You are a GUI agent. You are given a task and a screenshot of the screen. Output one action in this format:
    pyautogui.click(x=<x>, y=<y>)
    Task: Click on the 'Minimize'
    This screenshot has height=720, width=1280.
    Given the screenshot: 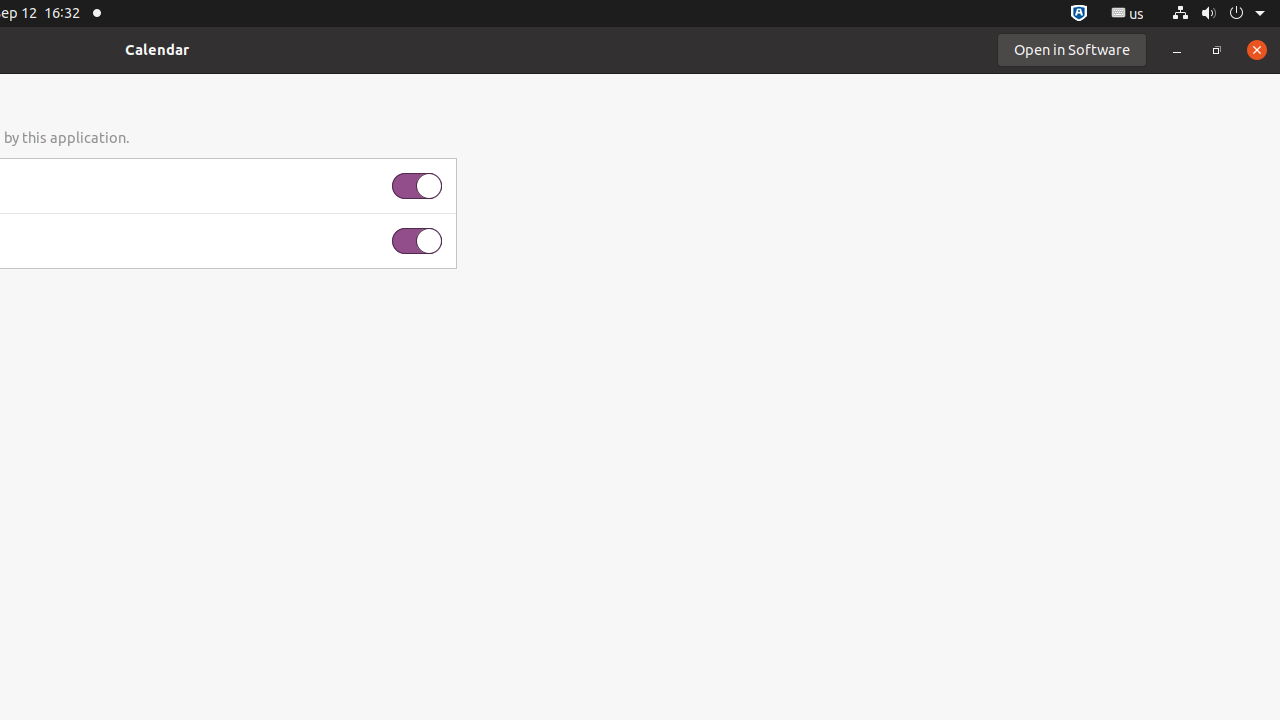 What is the action you would take?
    pyautogui.click(x=1176, y=48)
    